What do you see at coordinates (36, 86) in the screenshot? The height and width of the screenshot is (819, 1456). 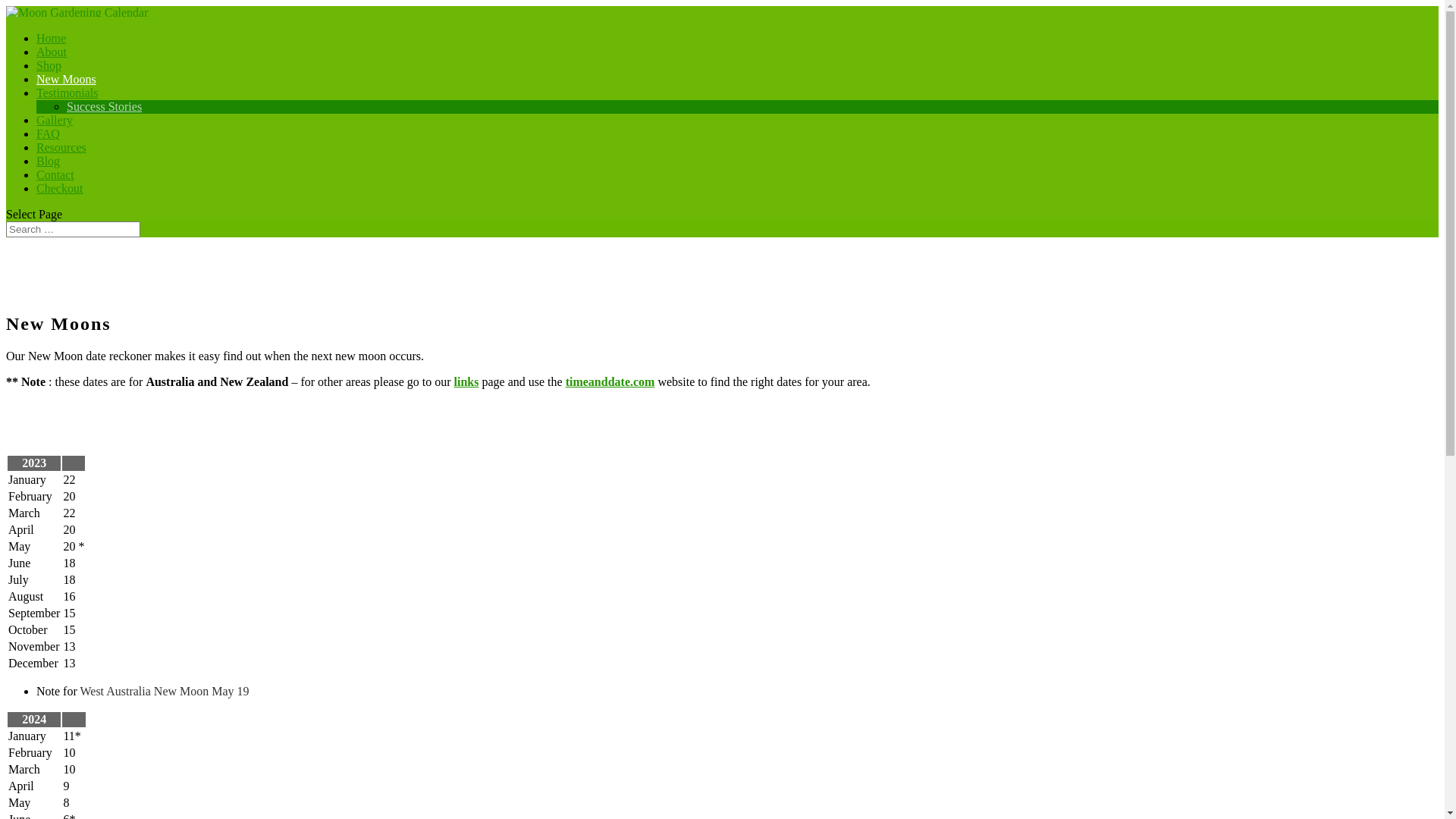 I see `'New Moons'` at bounding box center [36, 86].